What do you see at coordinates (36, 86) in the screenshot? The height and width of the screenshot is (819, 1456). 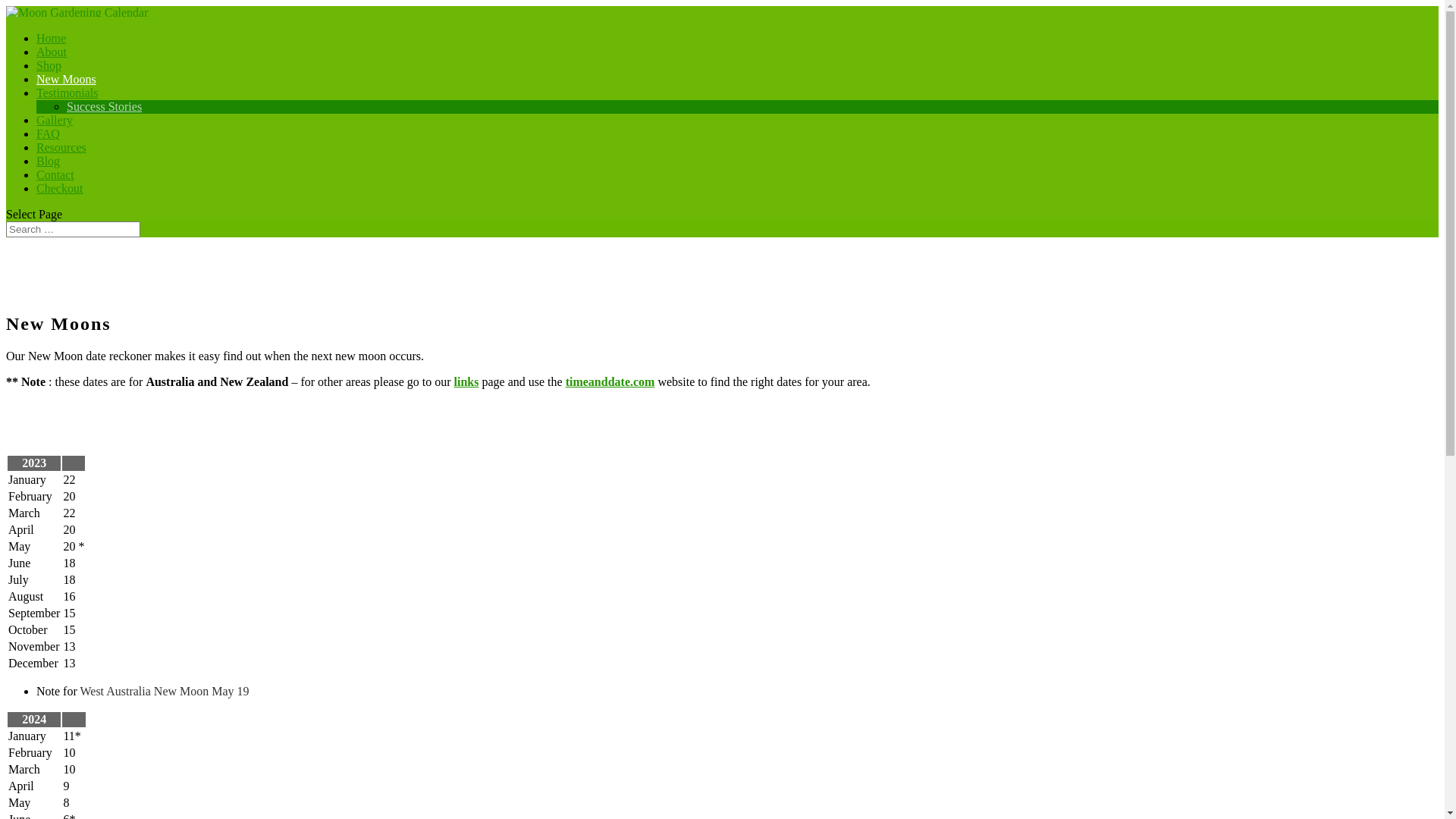 I see `'New Moons'` at bounding box center [36, 86].